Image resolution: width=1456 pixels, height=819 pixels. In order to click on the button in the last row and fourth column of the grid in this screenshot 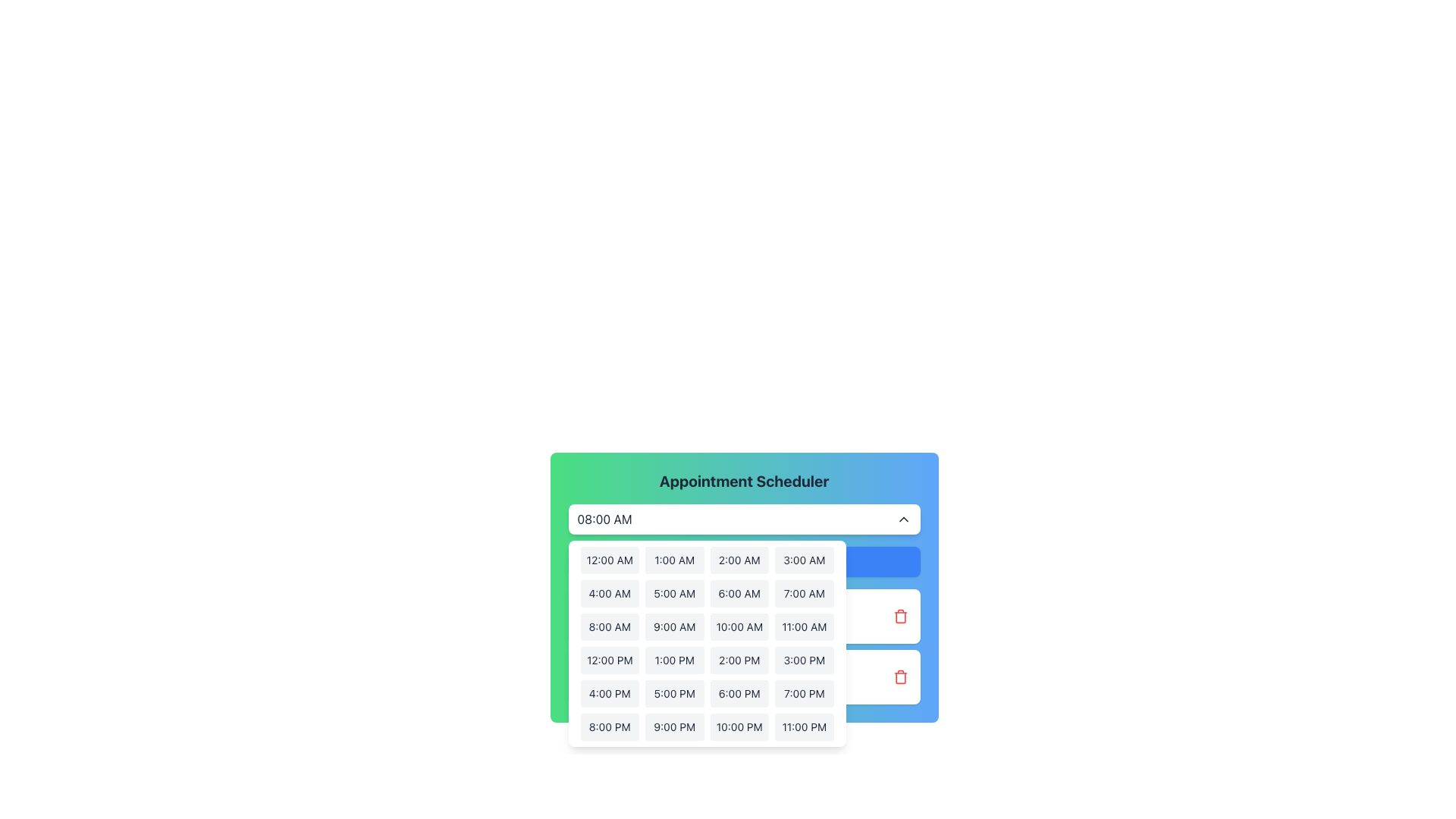, I will do `click(803, 660)`.